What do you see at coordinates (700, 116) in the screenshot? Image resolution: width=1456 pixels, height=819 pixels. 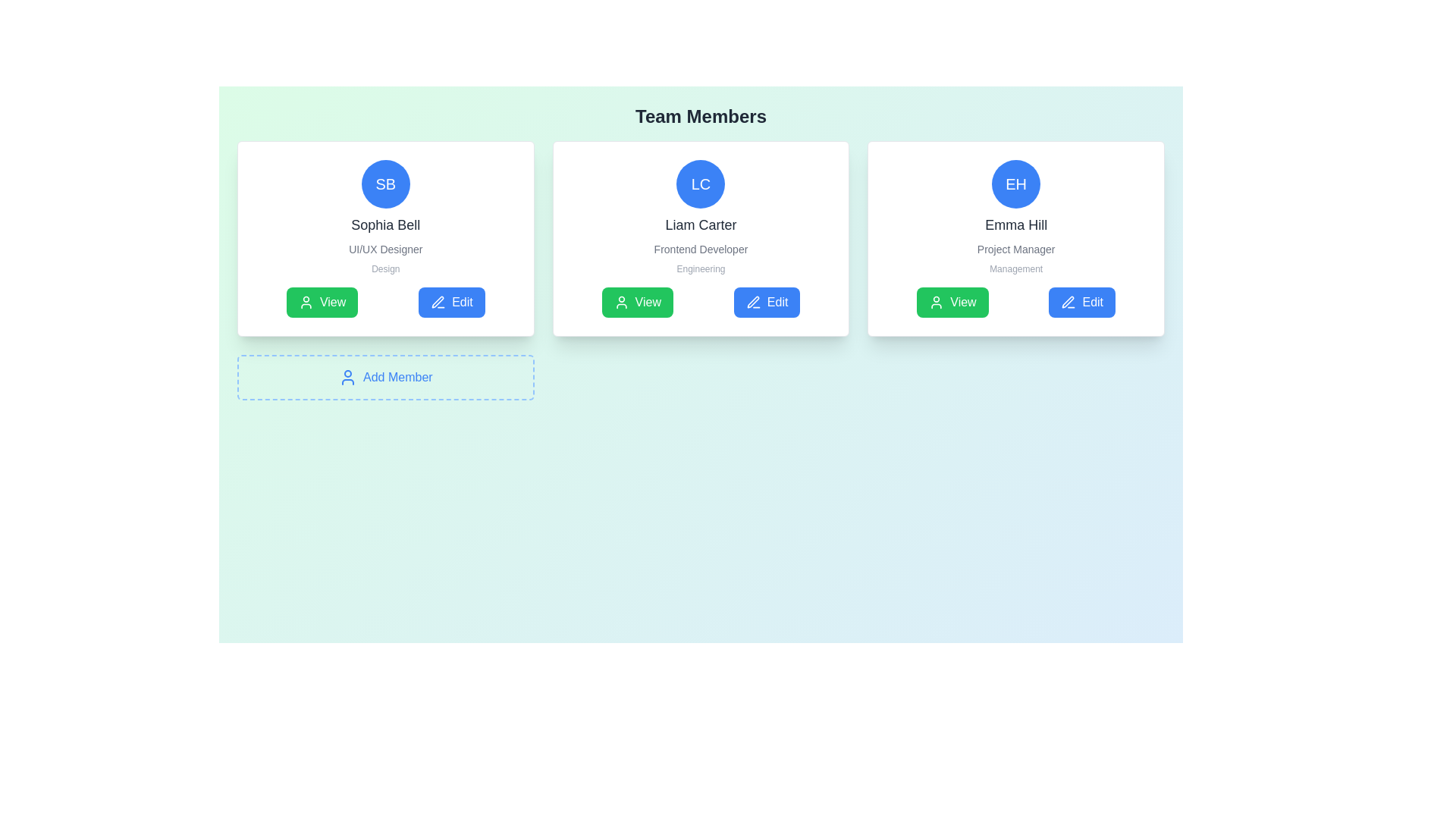 I see `heading text that serves as the title for the section displaying team members, located at the upper section of the layout` at bounding box center [700, 116].